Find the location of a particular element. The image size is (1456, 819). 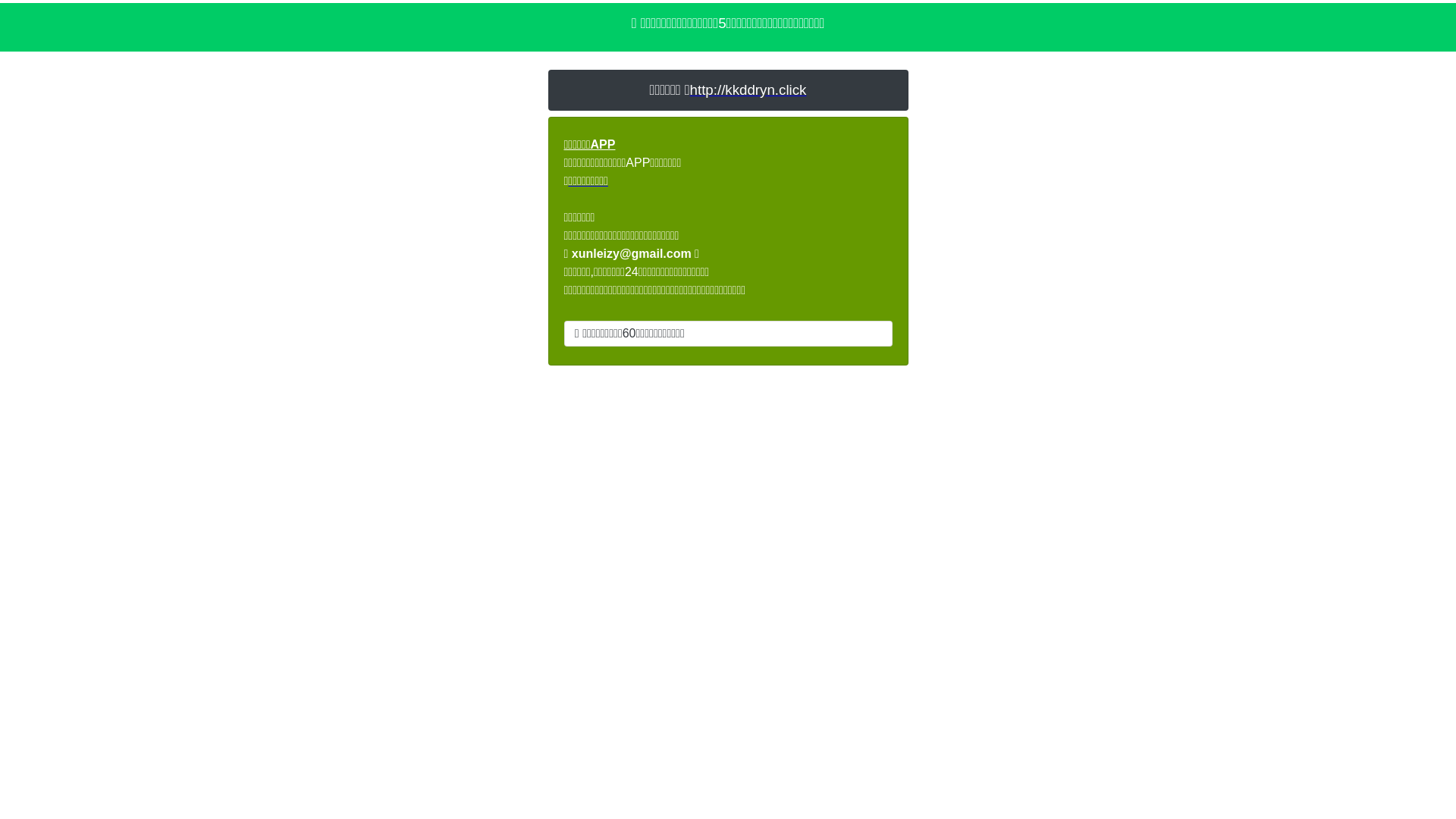

'http://kkddryn.click' is located at coordinates (748, 89).